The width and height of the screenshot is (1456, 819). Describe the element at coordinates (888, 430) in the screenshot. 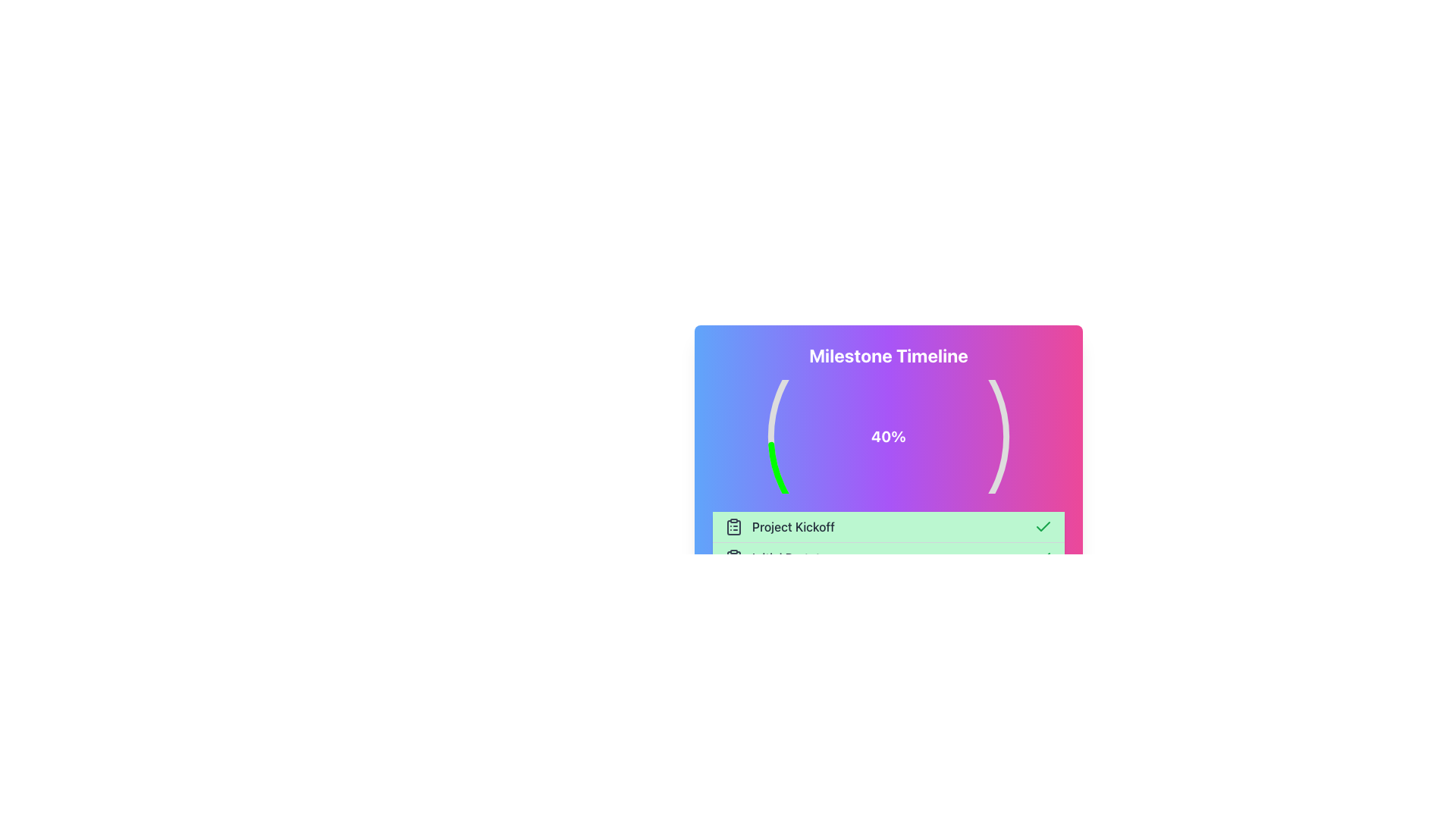

I see `the Circular Progress Indicator that shows 40% completion within the Milestone Timeline widget` at that location.